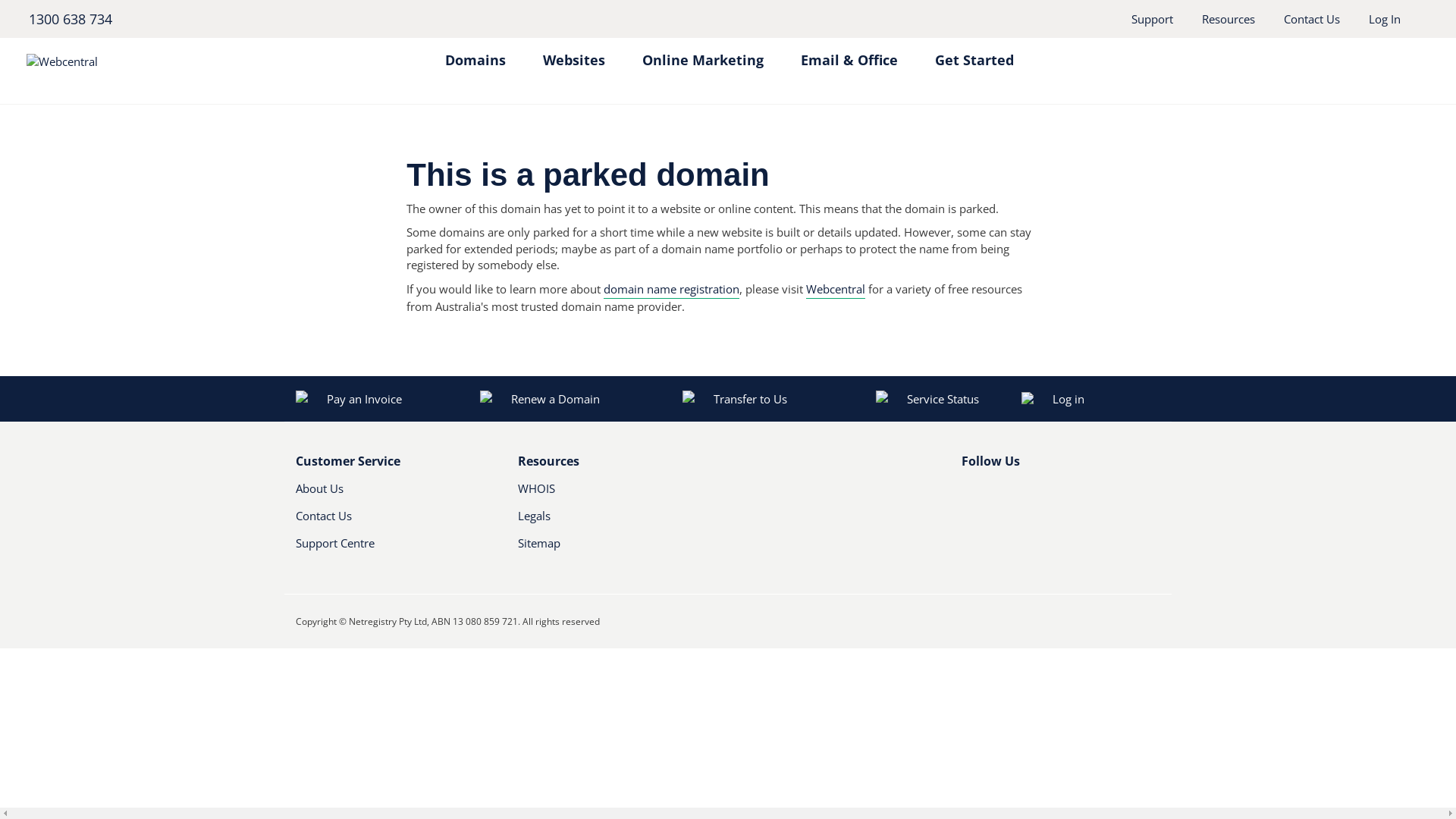  I want to click on 'domain name registration', so click(670, 289).